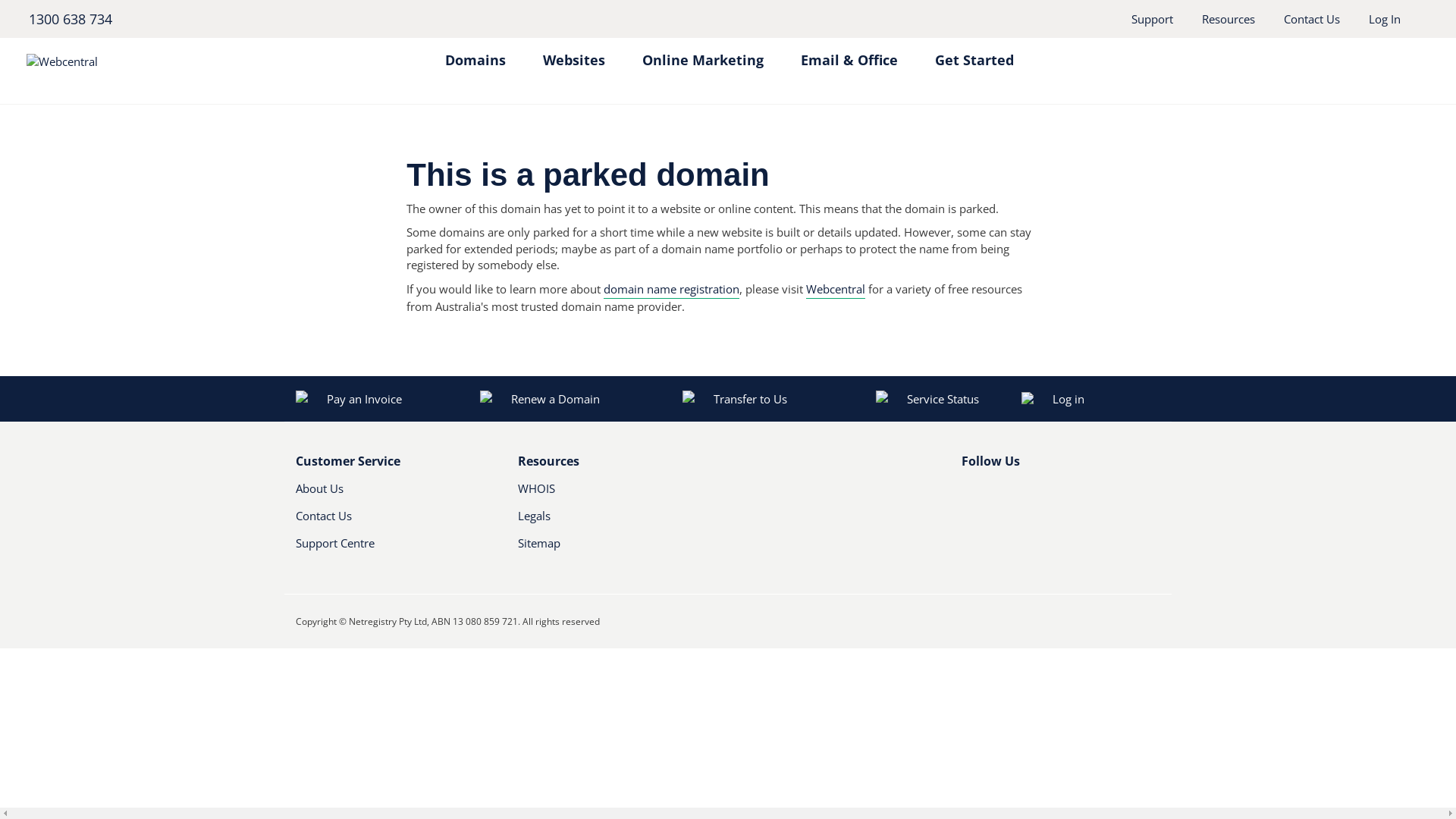  I want to click on 'domain name registration', so click(670, 289).